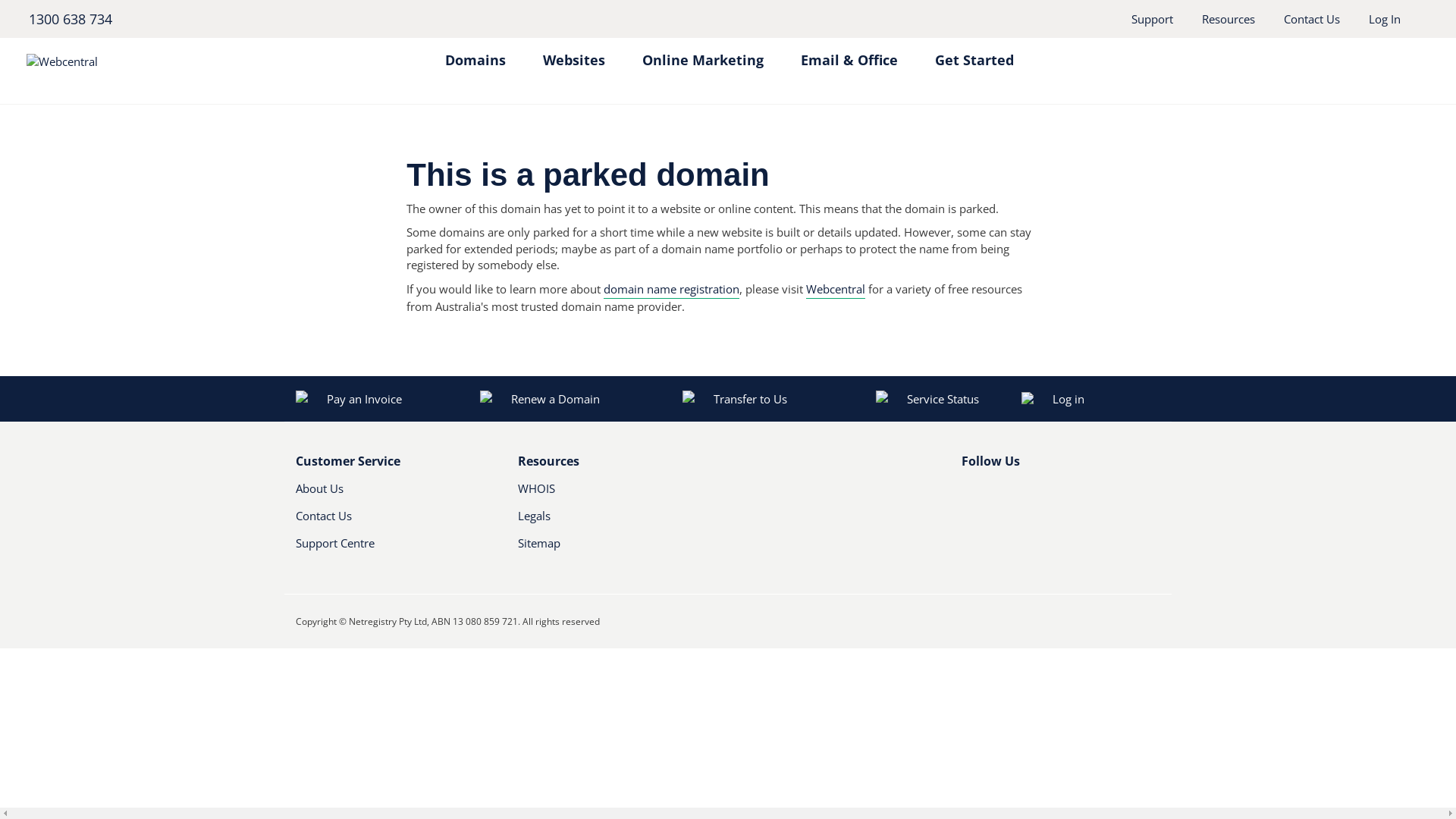  I want to click on 'domain name registration', so click(670, 289).